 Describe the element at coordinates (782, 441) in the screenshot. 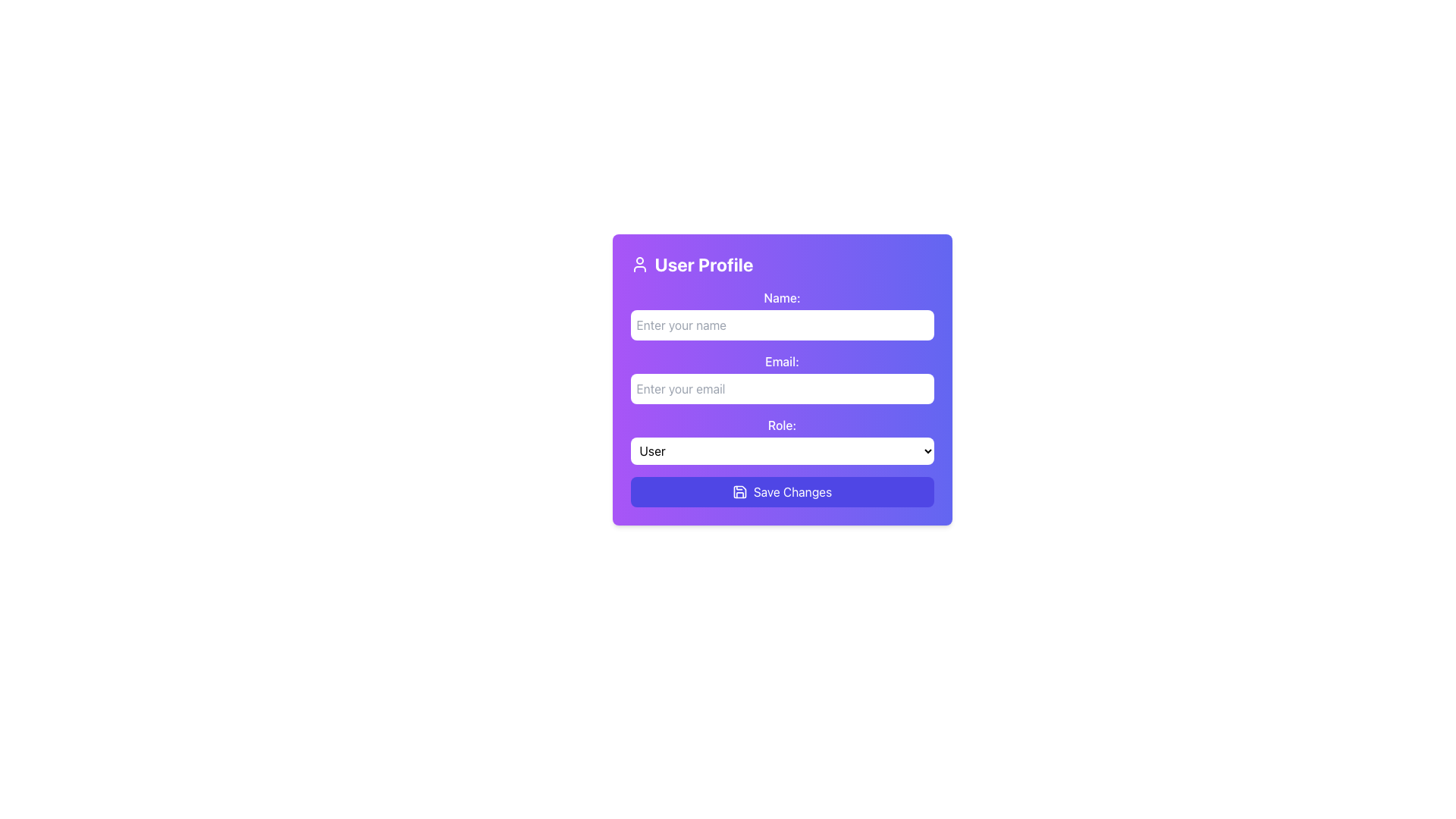

I see `the Dropdown menu located below the 'Email' field` at that location.